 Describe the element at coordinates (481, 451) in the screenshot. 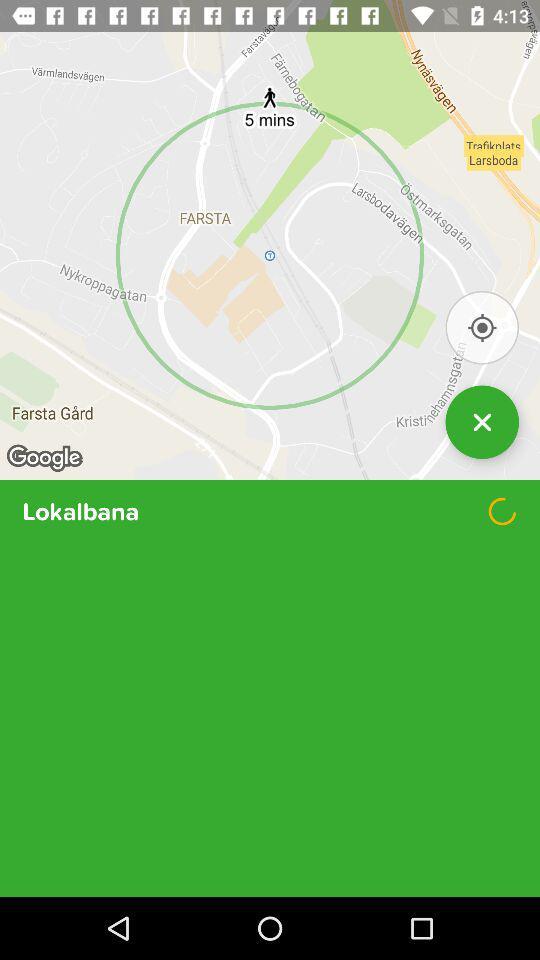

I see `the close icon` at that location.